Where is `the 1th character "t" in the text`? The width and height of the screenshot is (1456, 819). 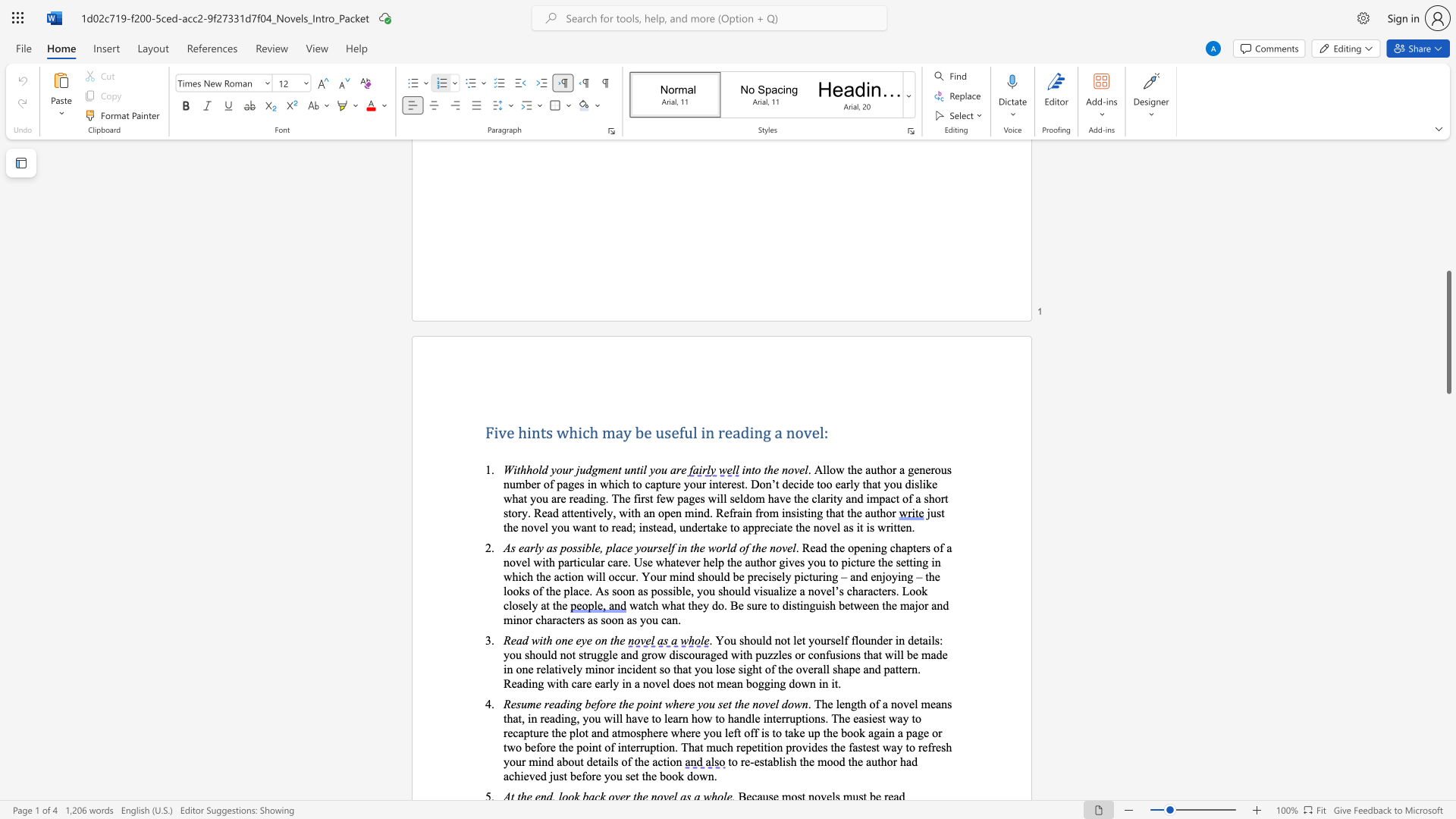 the 1th character "t" in the text is located at coordinates (620, 704).